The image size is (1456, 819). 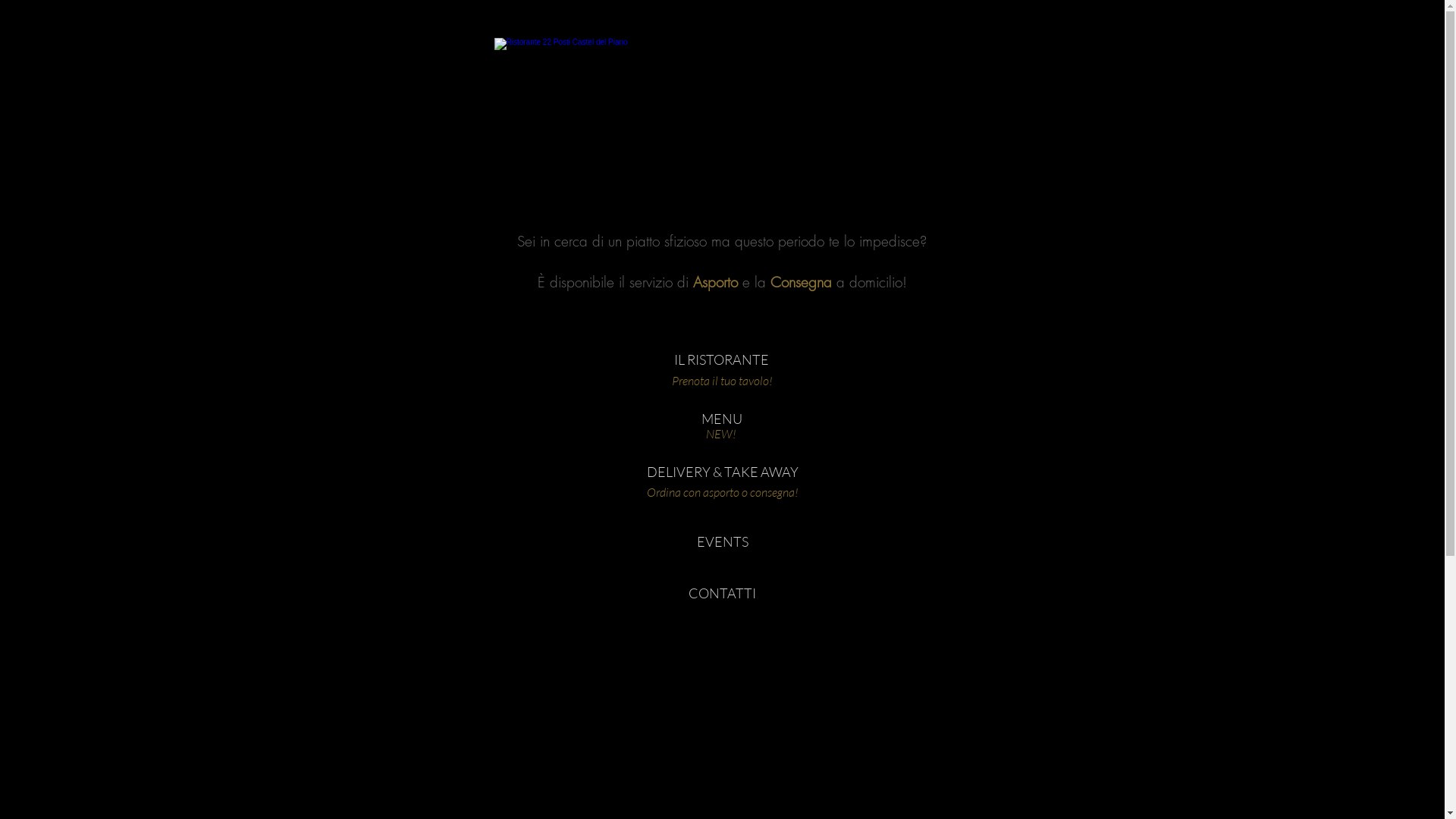 What do you see at coordinates (720, 110) in the screenshot?
I see `'Ristorante 22 Posti Castel del Piano'` at bounding box center [720, 110].